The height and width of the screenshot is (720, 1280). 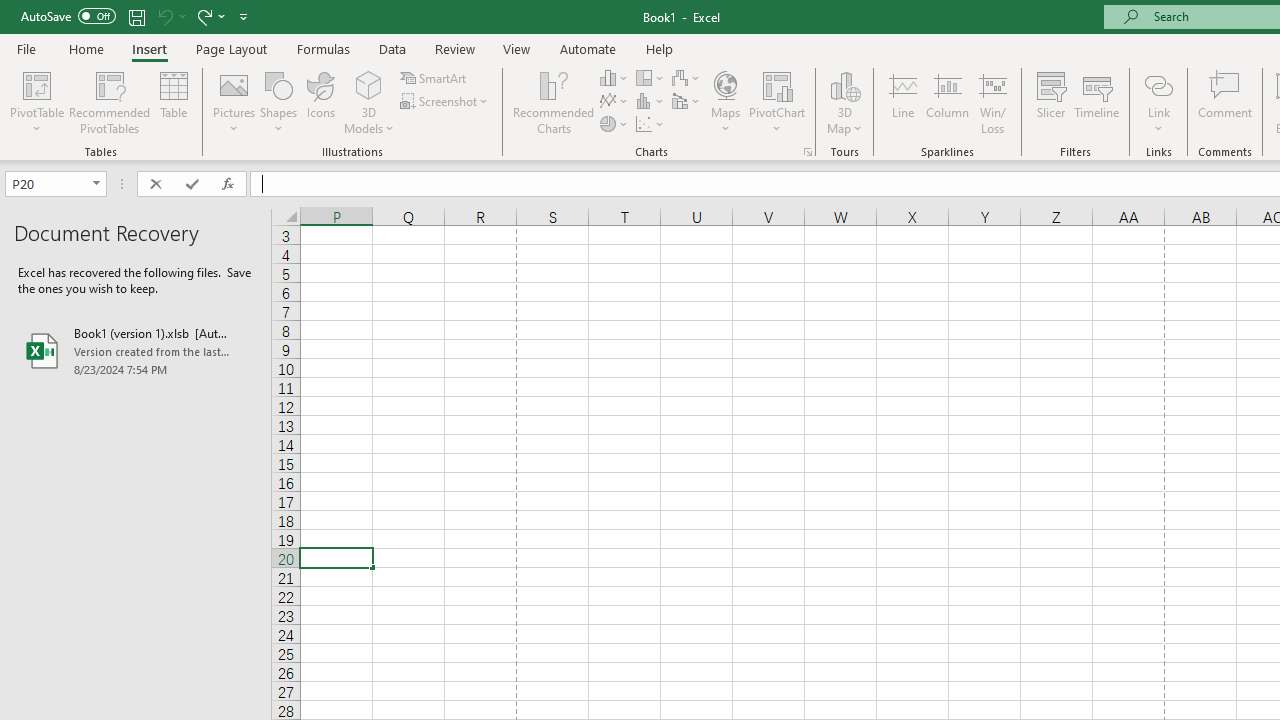 What do you see at coordinates (369, 103) in the screenshot?
I see `'3D Models'` at bounding box center [369, 103].